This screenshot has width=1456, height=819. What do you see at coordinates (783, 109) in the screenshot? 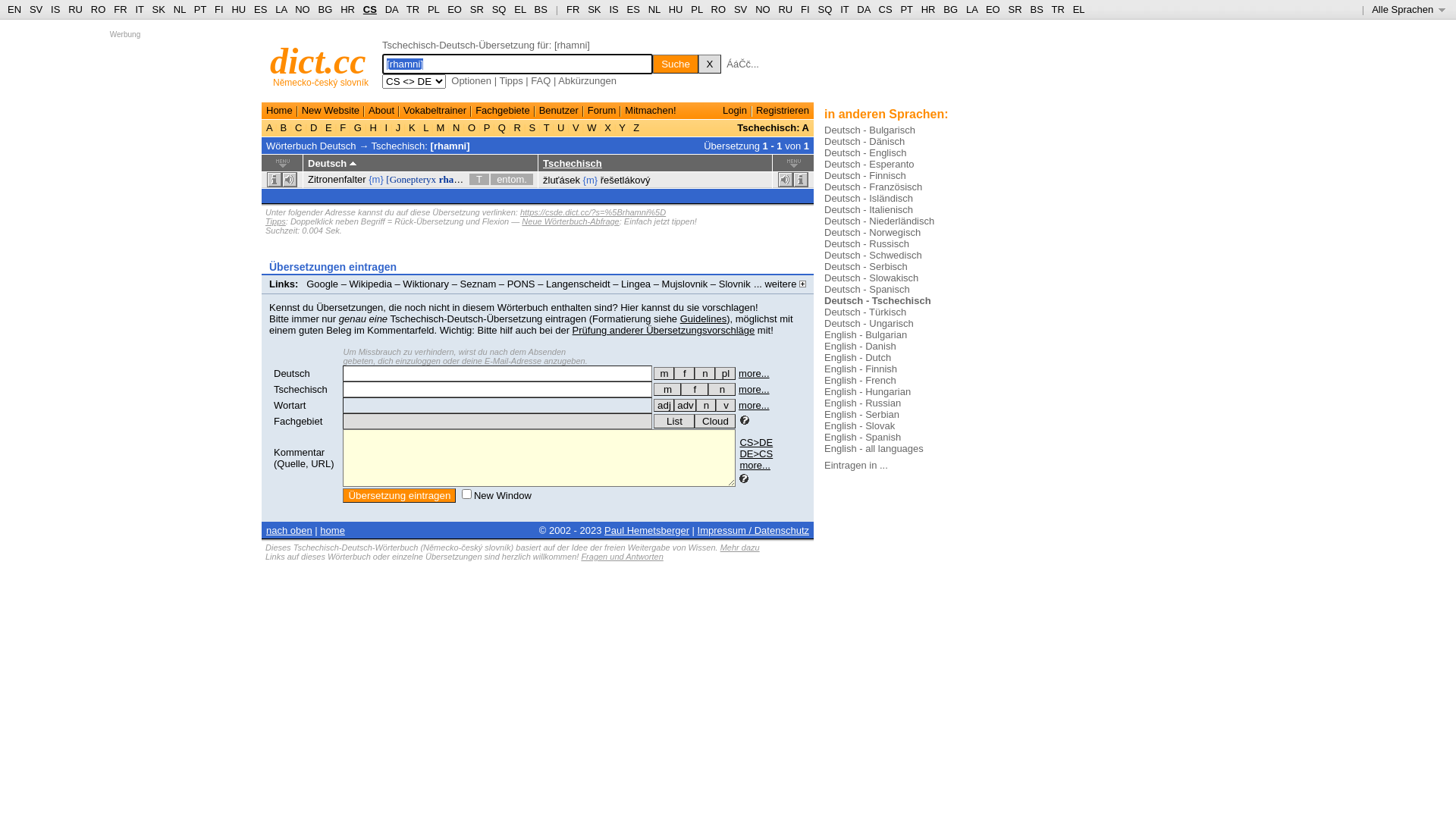
I see `'Registrieren'` at bounding box center [783, 109].